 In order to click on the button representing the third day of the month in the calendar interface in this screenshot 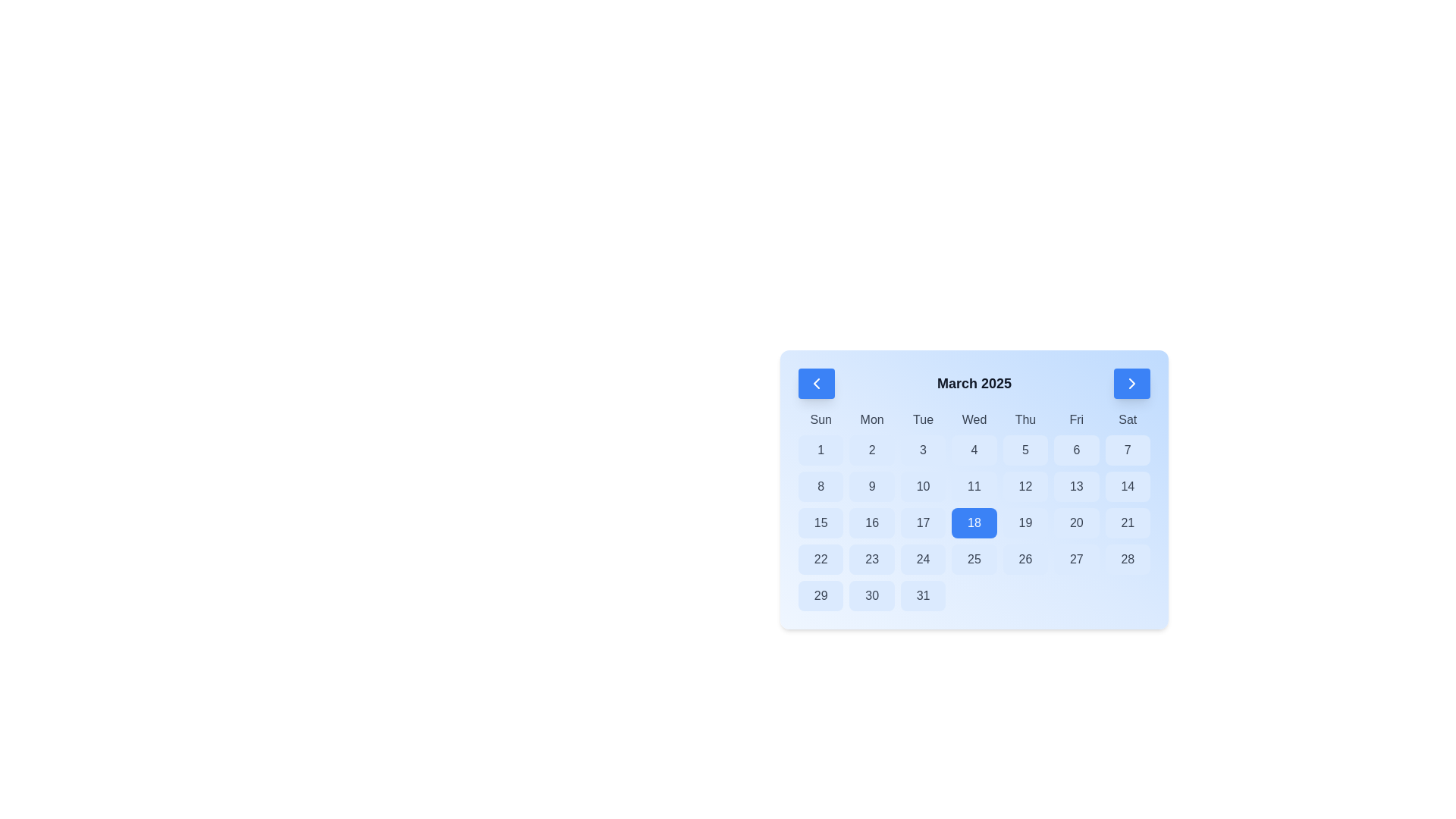, I will do `click(922, 450)`.